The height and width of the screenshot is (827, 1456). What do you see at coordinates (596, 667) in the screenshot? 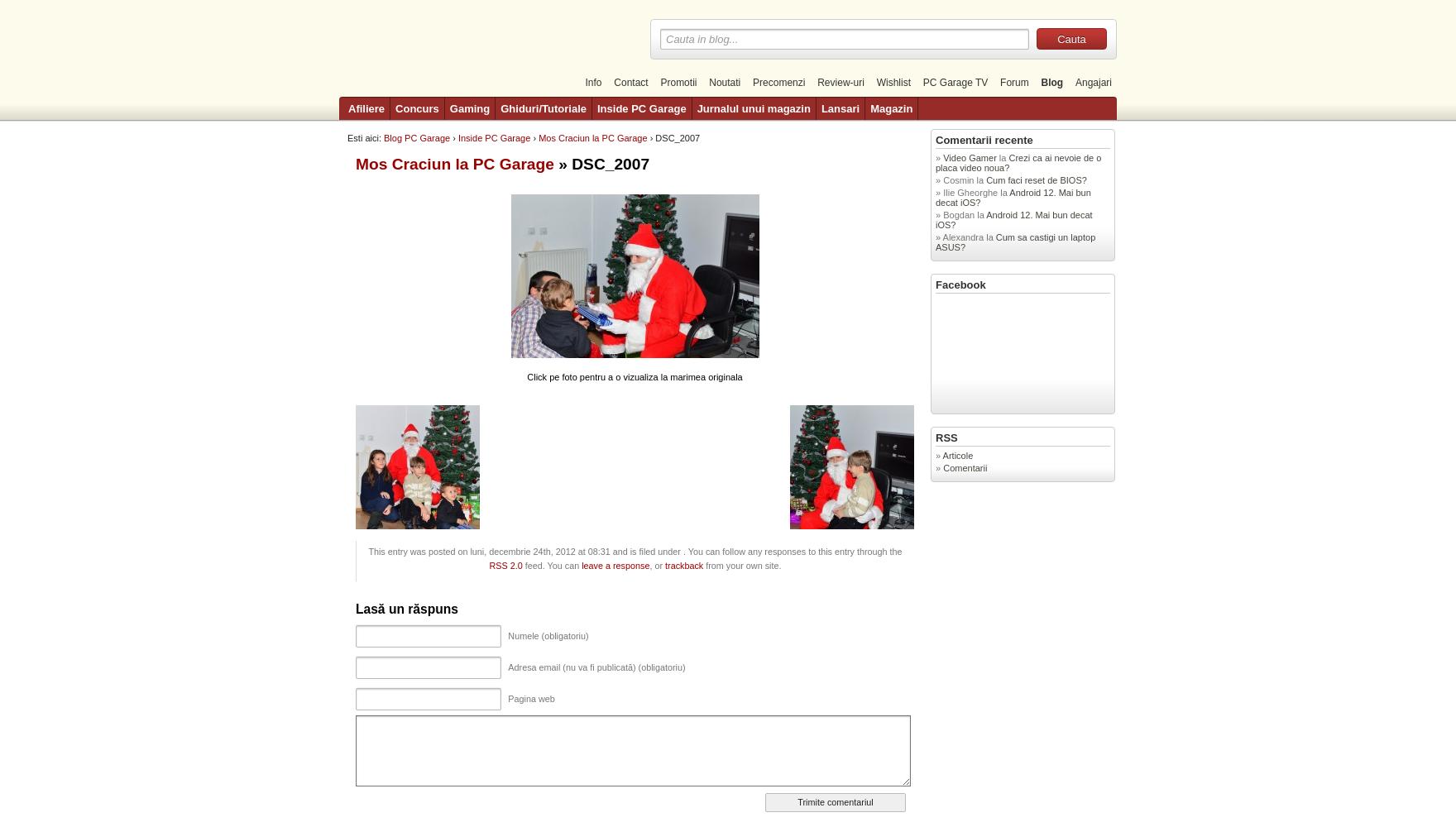
I see `'Adresa email (nu va fi publicată) (obligatoriu)'` at bounding box center [596, 667].